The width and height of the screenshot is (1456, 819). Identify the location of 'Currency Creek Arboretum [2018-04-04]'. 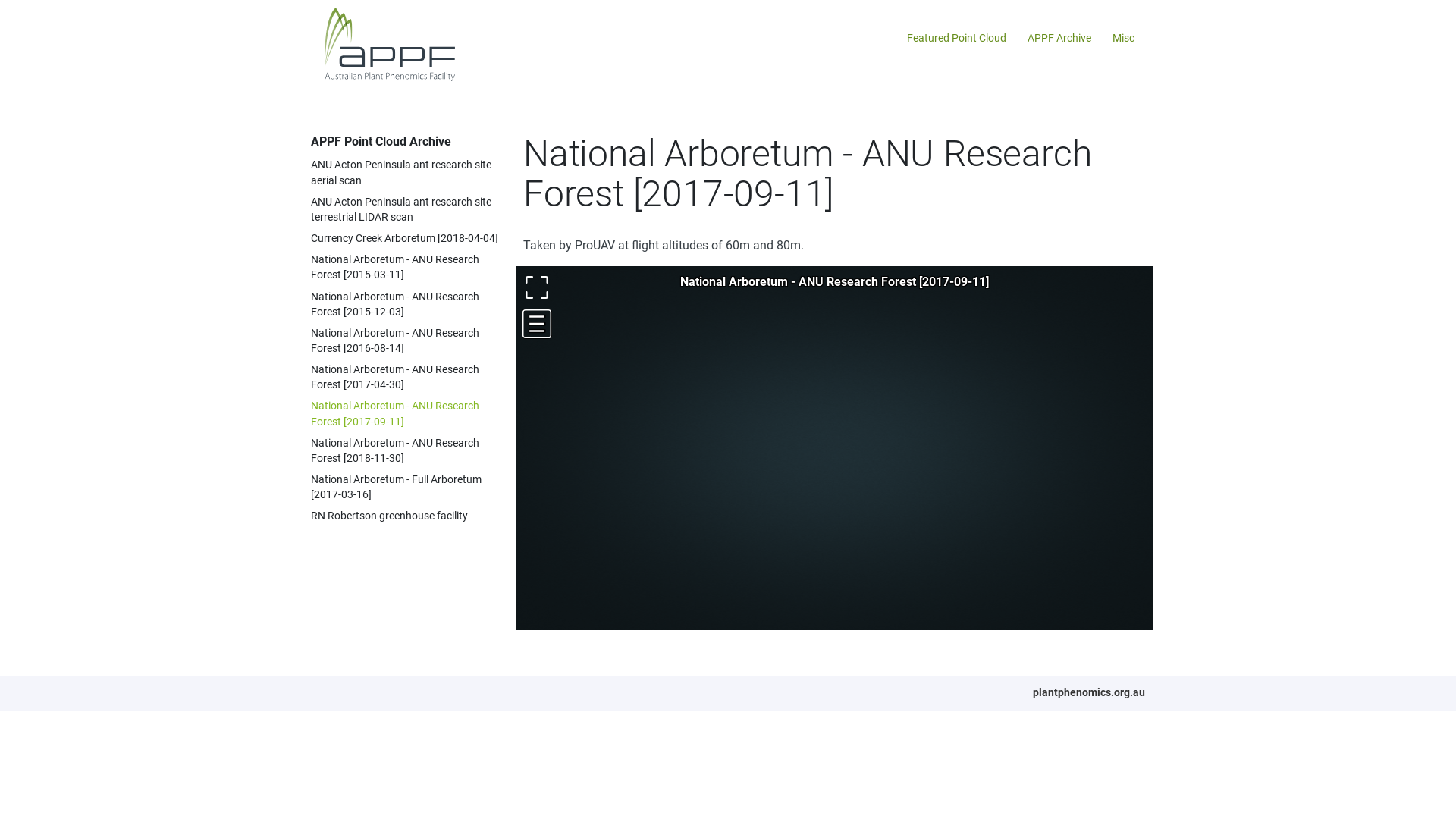
(404, 238).